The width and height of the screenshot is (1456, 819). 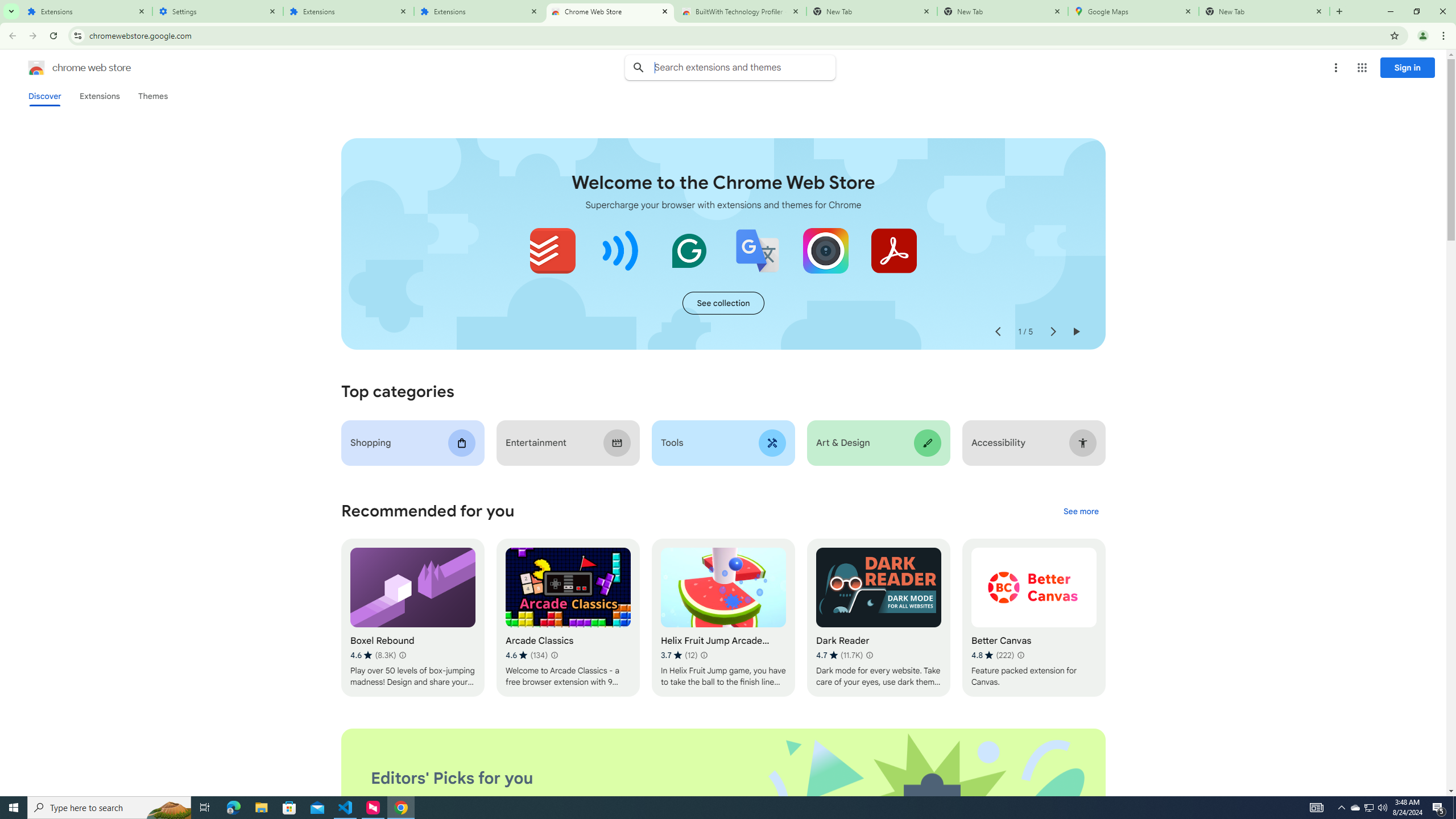 I want to click on 'Resume auto-play', so click(x=1076, y=331).